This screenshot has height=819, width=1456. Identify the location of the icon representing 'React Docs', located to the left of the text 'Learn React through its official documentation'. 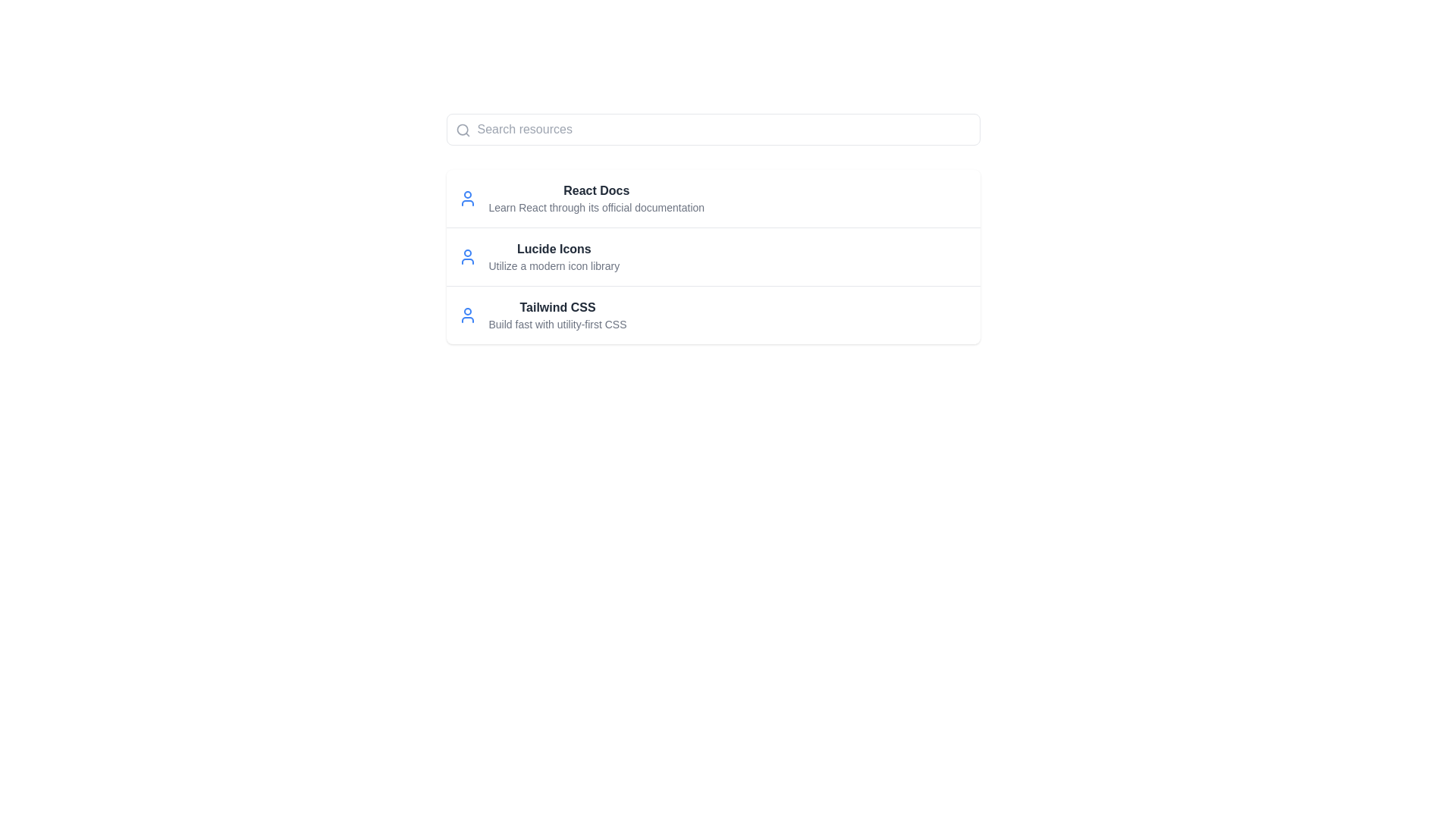
(466, 198).